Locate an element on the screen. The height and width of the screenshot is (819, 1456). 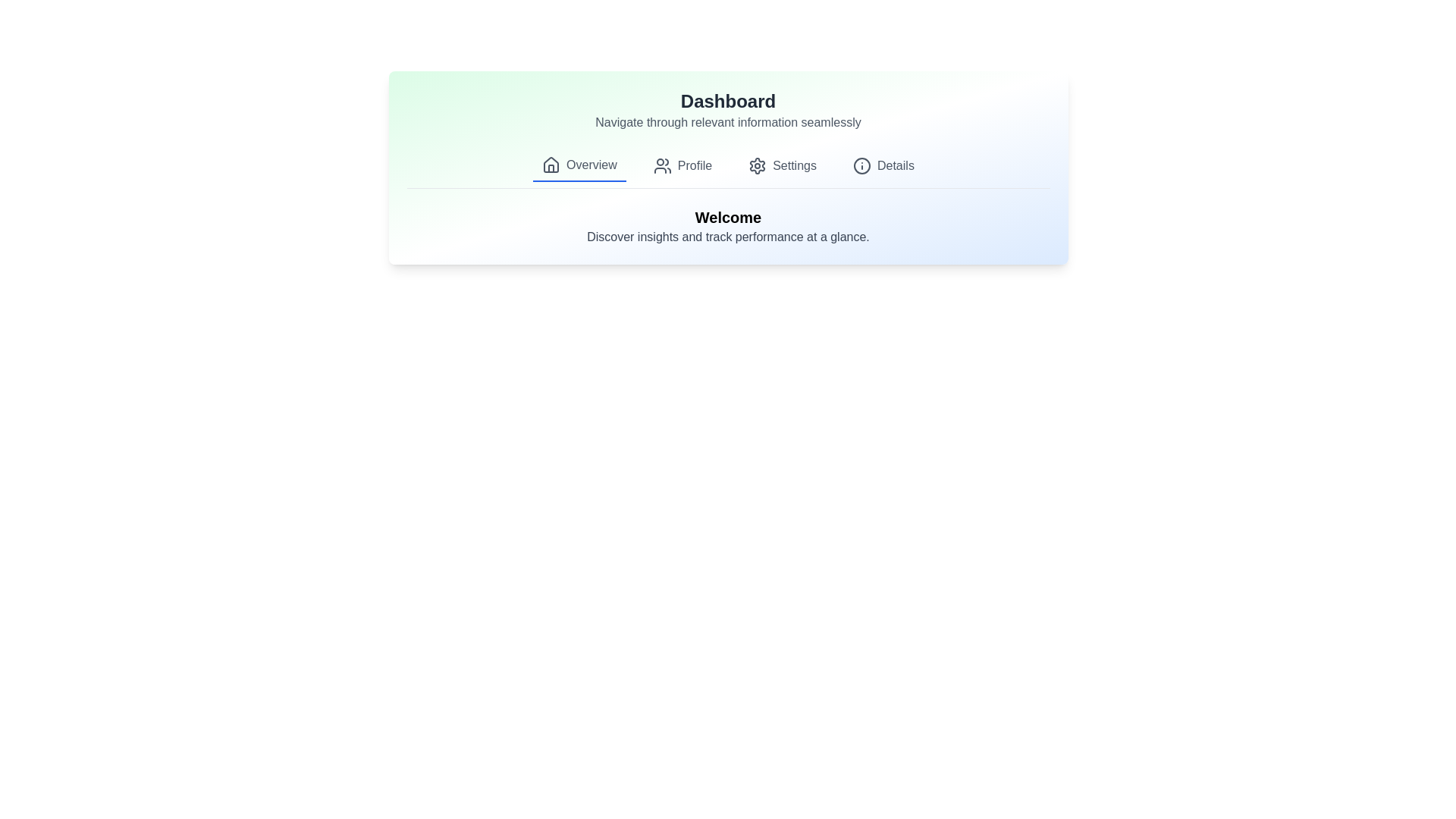
the gear-shaped icon located on the navigation bar to the left of the word 'Settings' is located at coordinates (758, 166).